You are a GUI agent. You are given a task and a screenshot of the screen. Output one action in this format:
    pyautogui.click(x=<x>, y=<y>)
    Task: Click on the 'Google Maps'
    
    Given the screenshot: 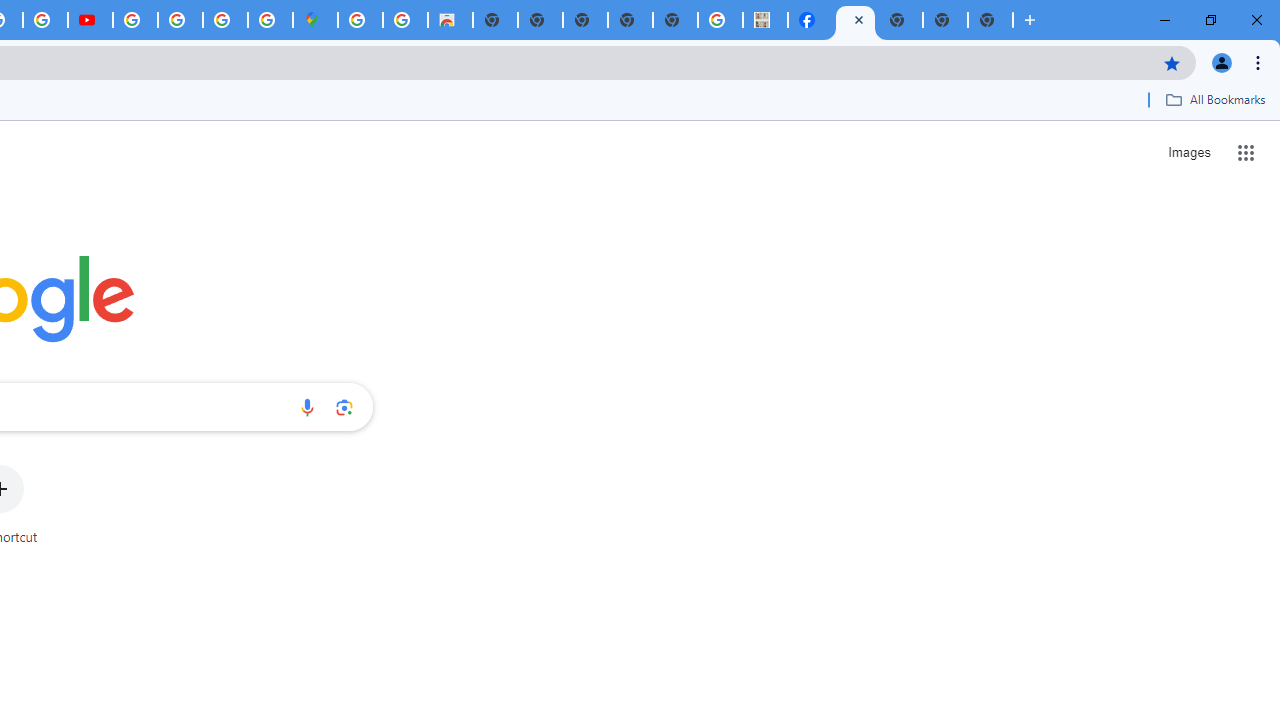 What is the action you would take?
    pyautogui.click(x=314, y=20)
    